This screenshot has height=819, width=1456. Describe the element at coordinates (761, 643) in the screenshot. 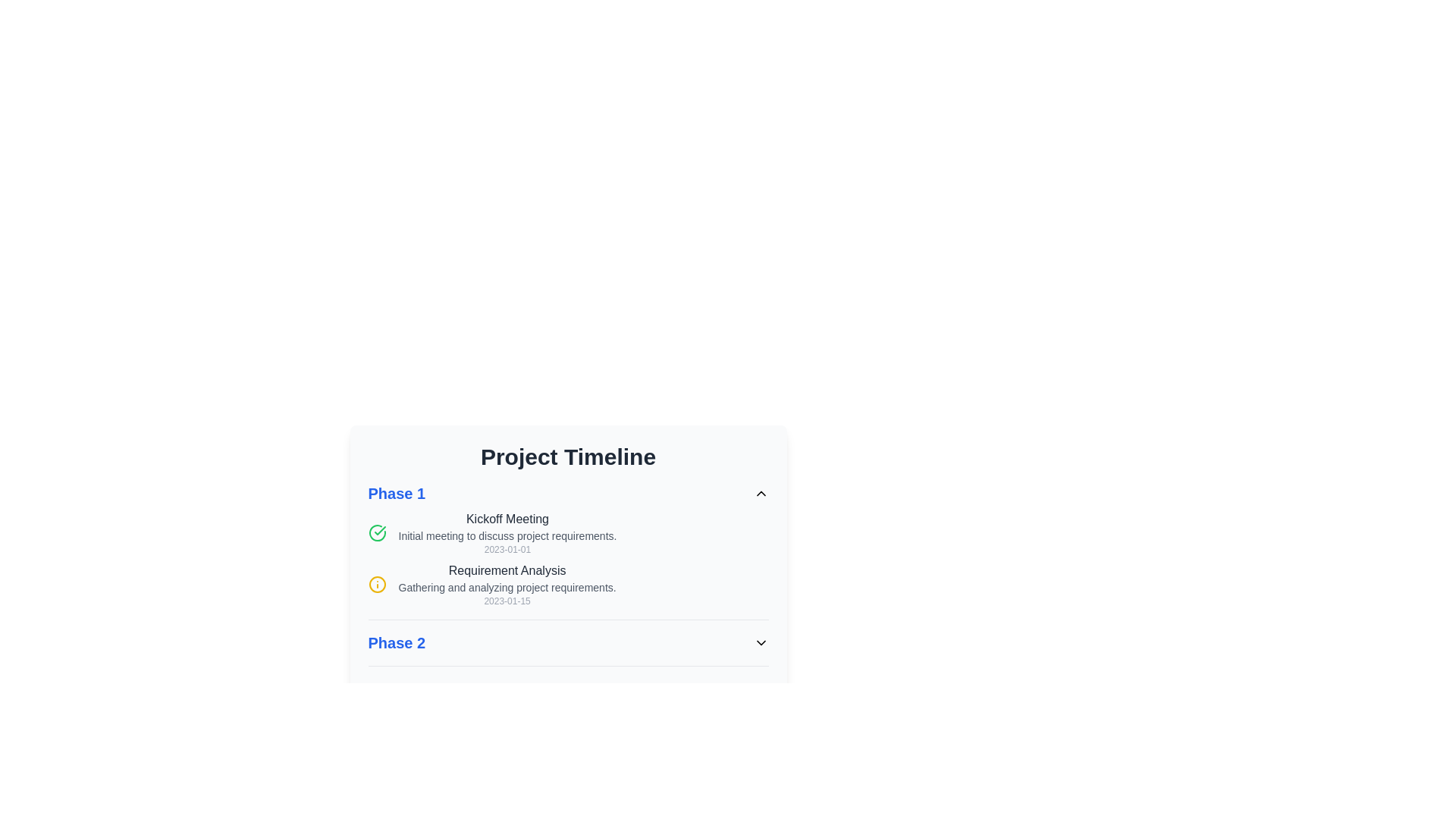

I see `the chevron-down icon located to the right of the text 'Phase 2'` at that location.